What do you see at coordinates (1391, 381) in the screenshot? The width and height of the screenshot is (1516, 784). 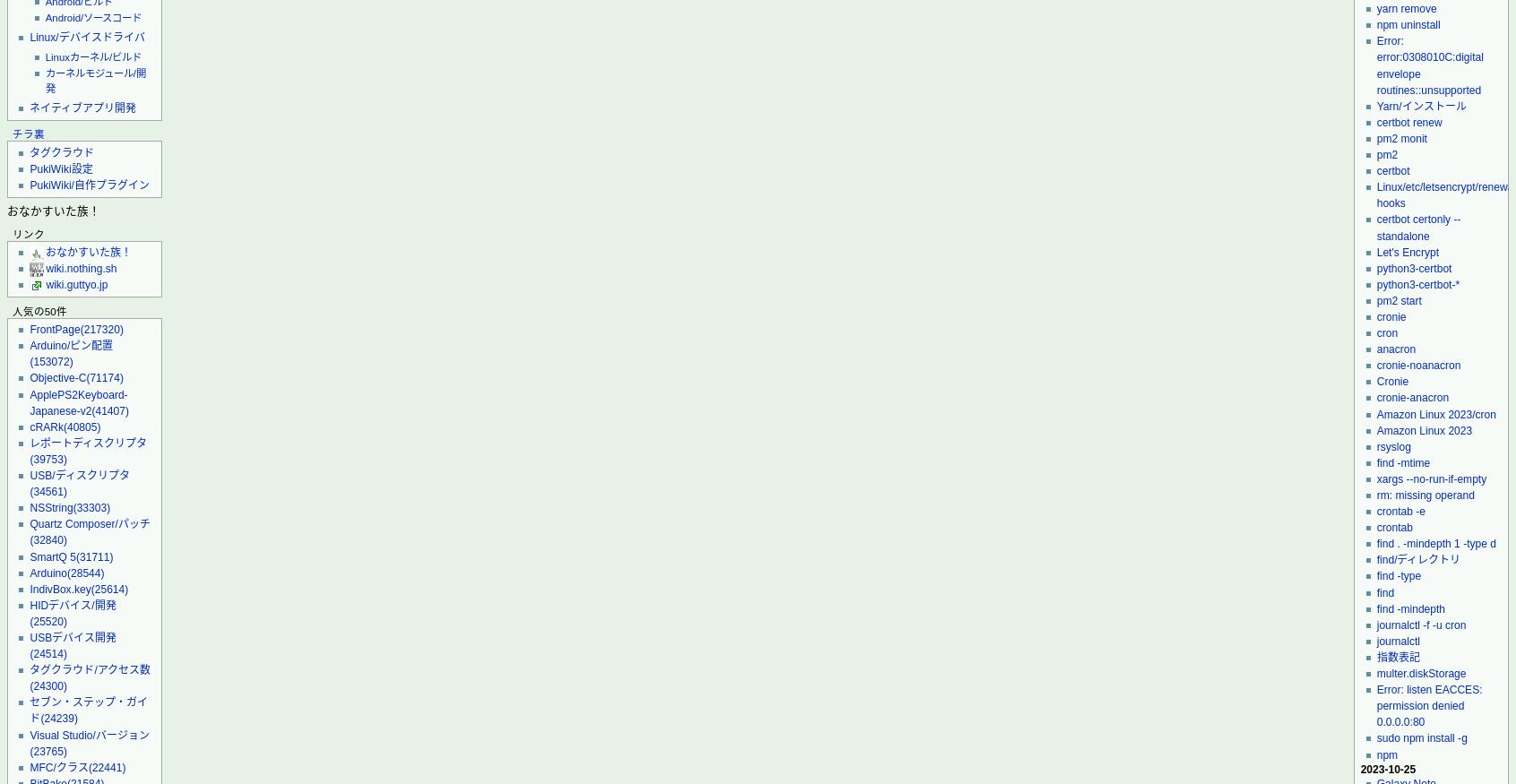 I see `'Cronie'` at bounding box center [1391, 381].